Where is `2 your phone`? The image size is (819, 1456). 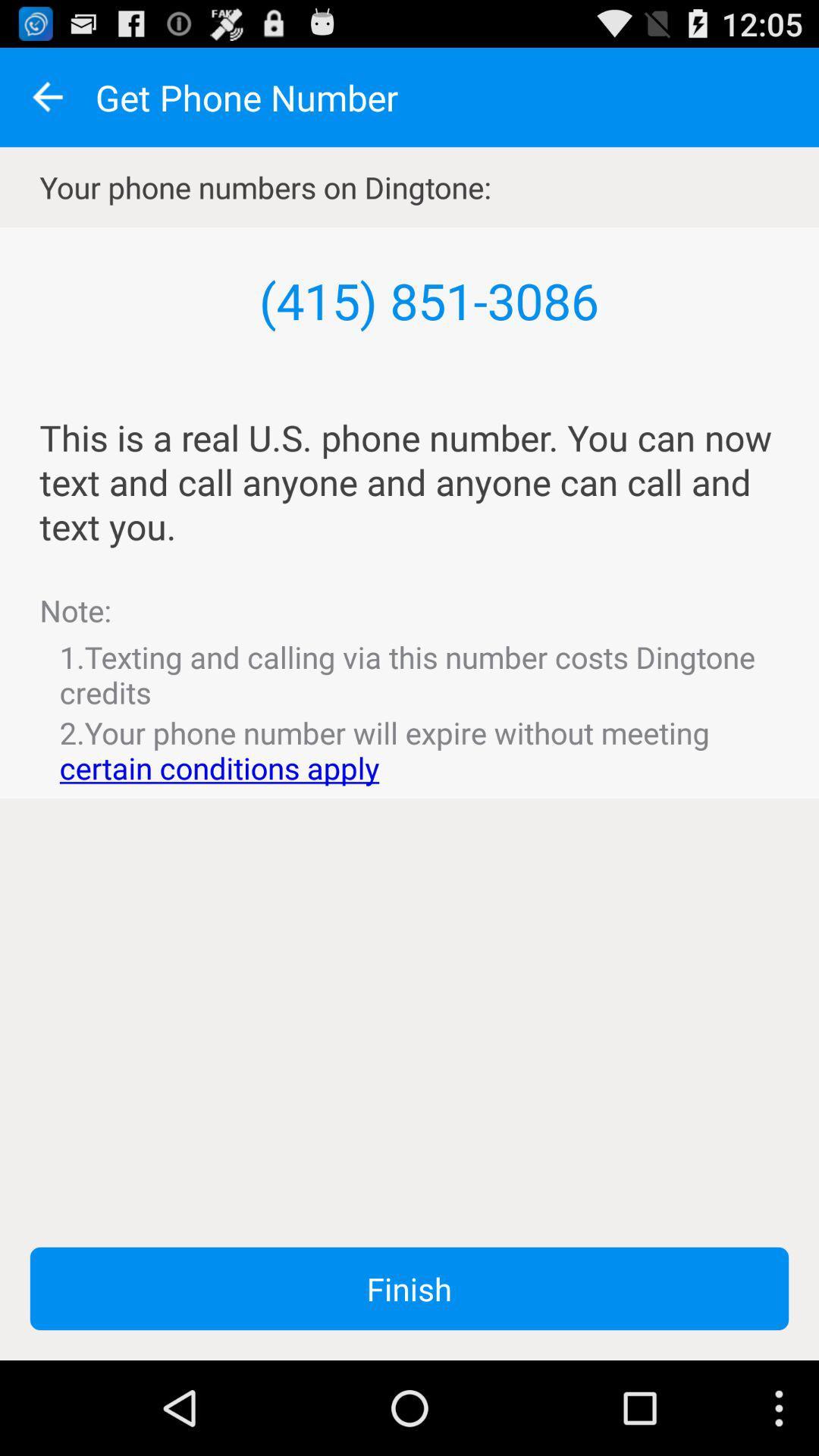
2 your phone is located at coordinates (409, 750).